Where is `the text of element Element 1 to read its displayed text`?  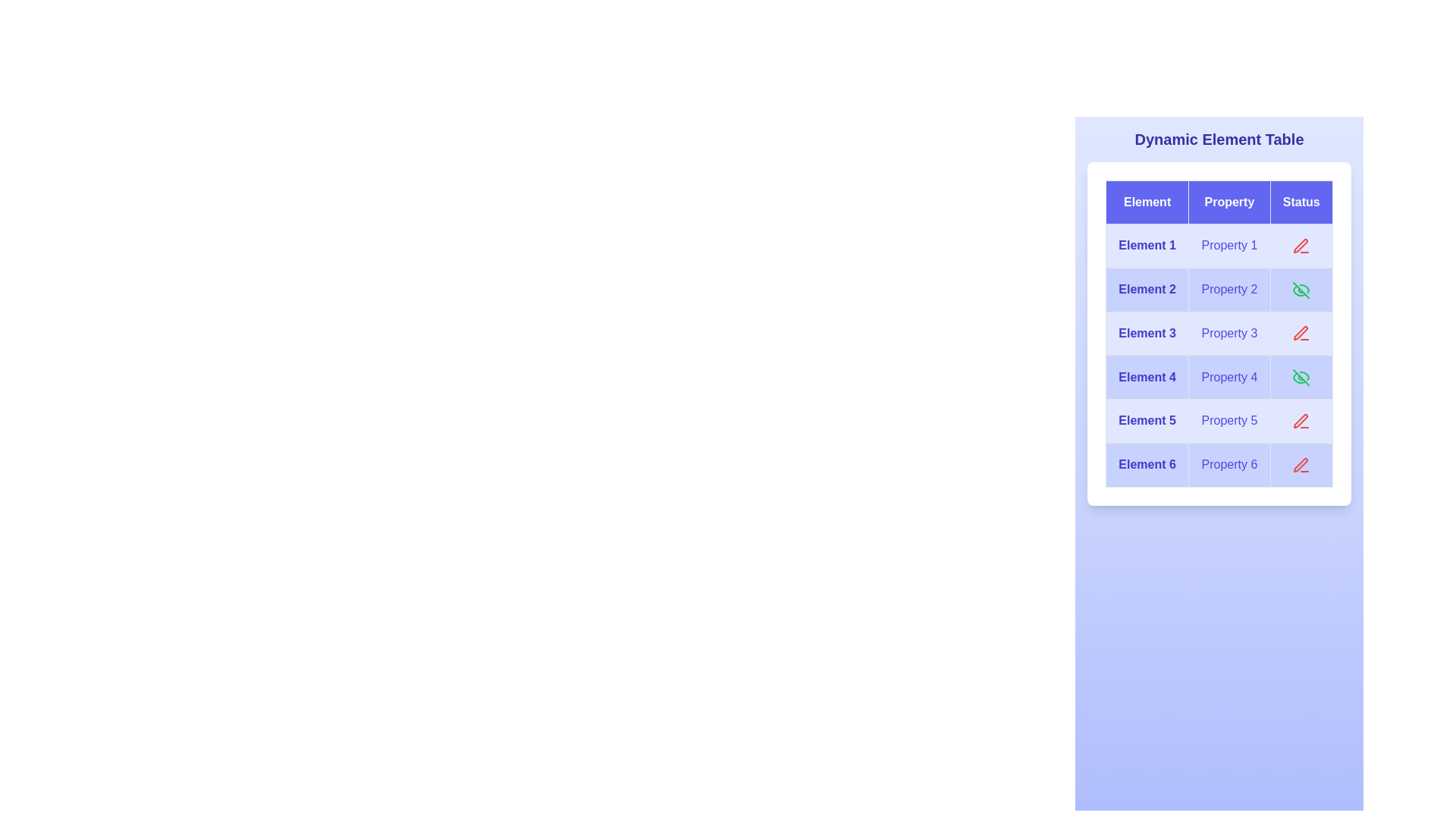 the text of element Element 1 to read its displayed text is located at coordinates (1147, 245).